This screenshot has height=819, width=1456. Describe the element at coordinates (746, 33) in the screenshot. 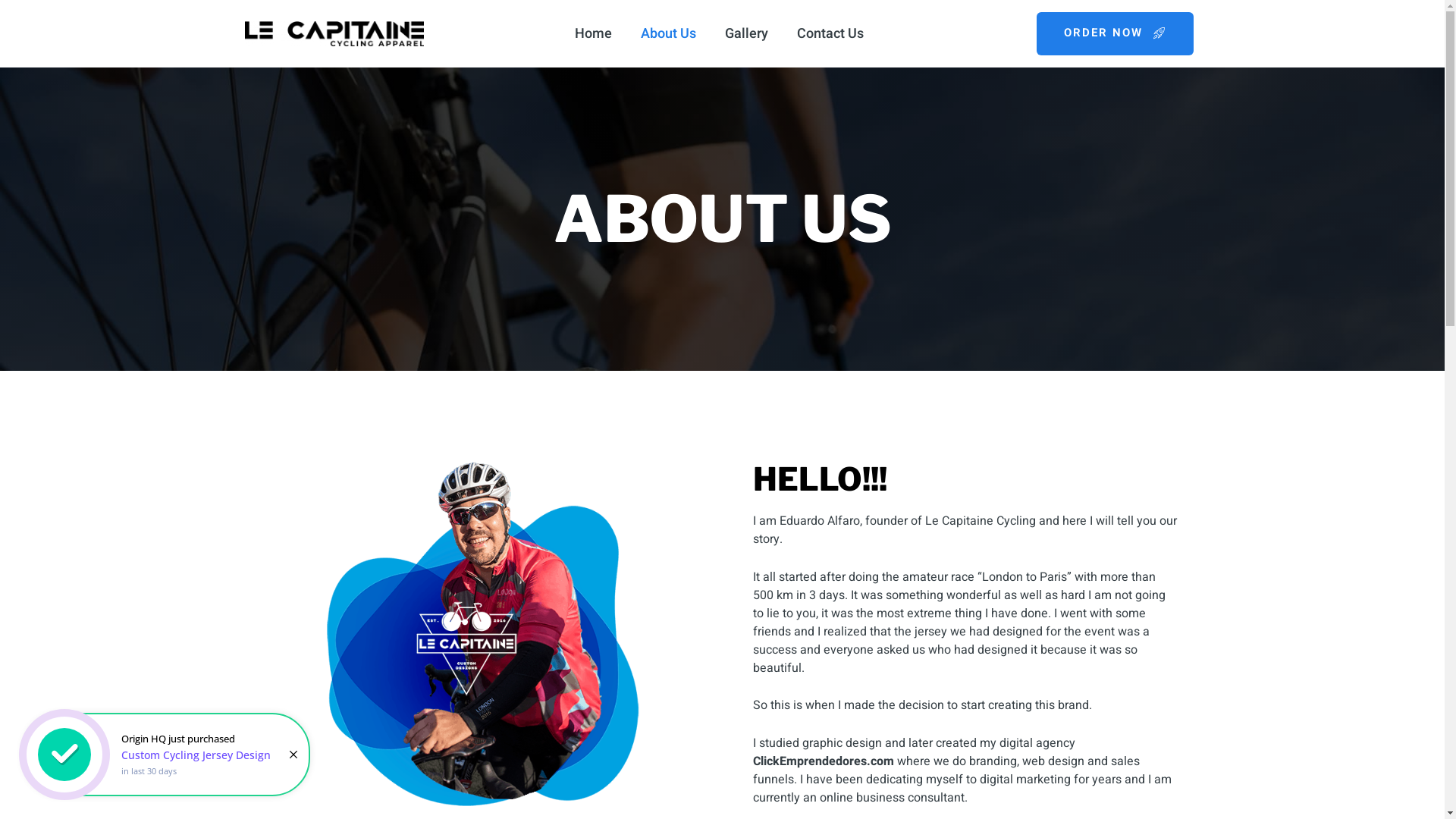

I see `'Gallery'` at that location.